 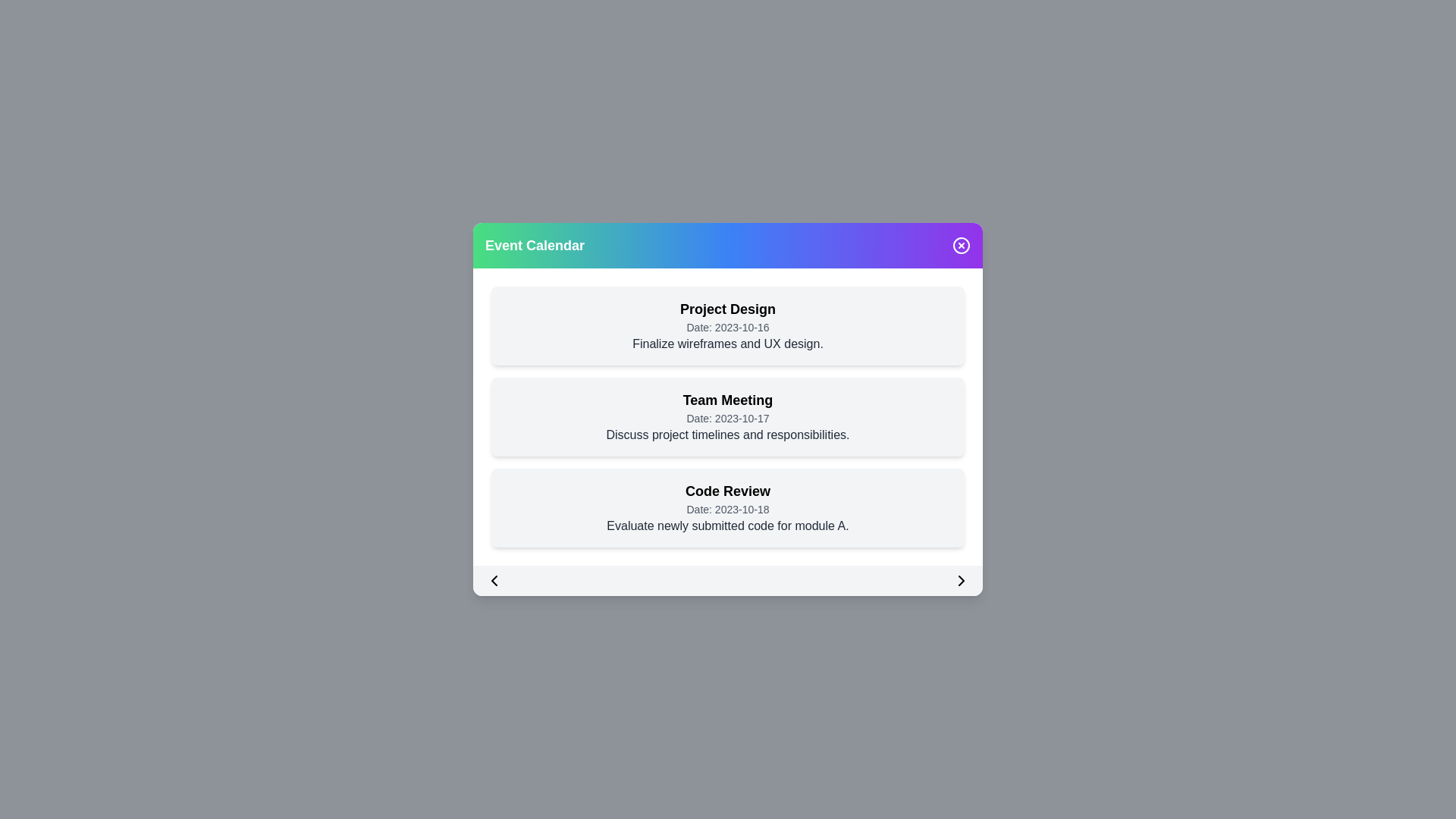 What do you see at coordinates (960, 245) in the screenshot?
I see `close button at the top-right corner of the calendar dialog` at bounding box center [960, 245].